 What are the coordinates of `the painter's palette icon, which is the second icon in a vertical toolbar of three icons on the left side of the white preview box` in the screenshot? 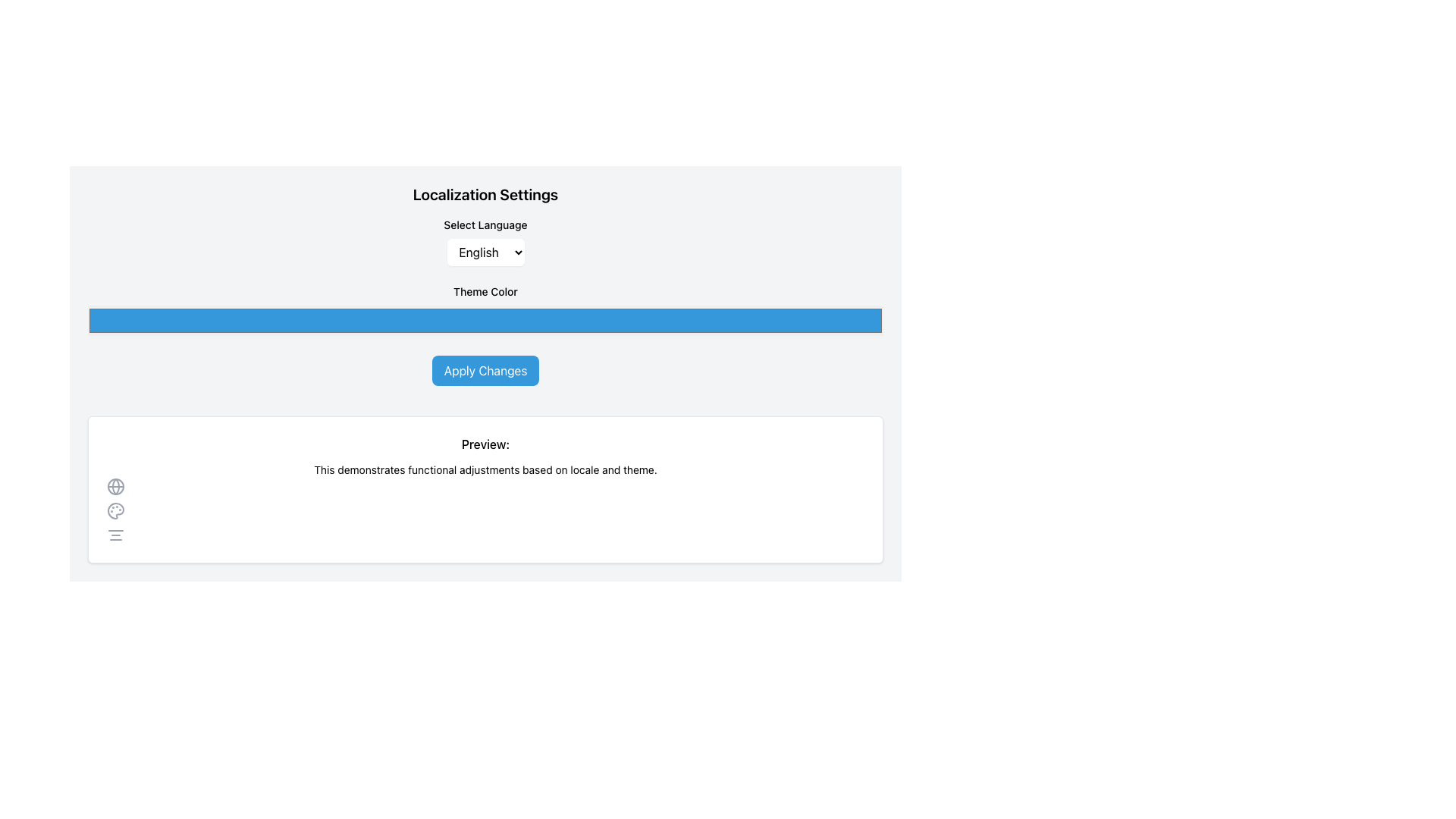 It's located at (115, 511).